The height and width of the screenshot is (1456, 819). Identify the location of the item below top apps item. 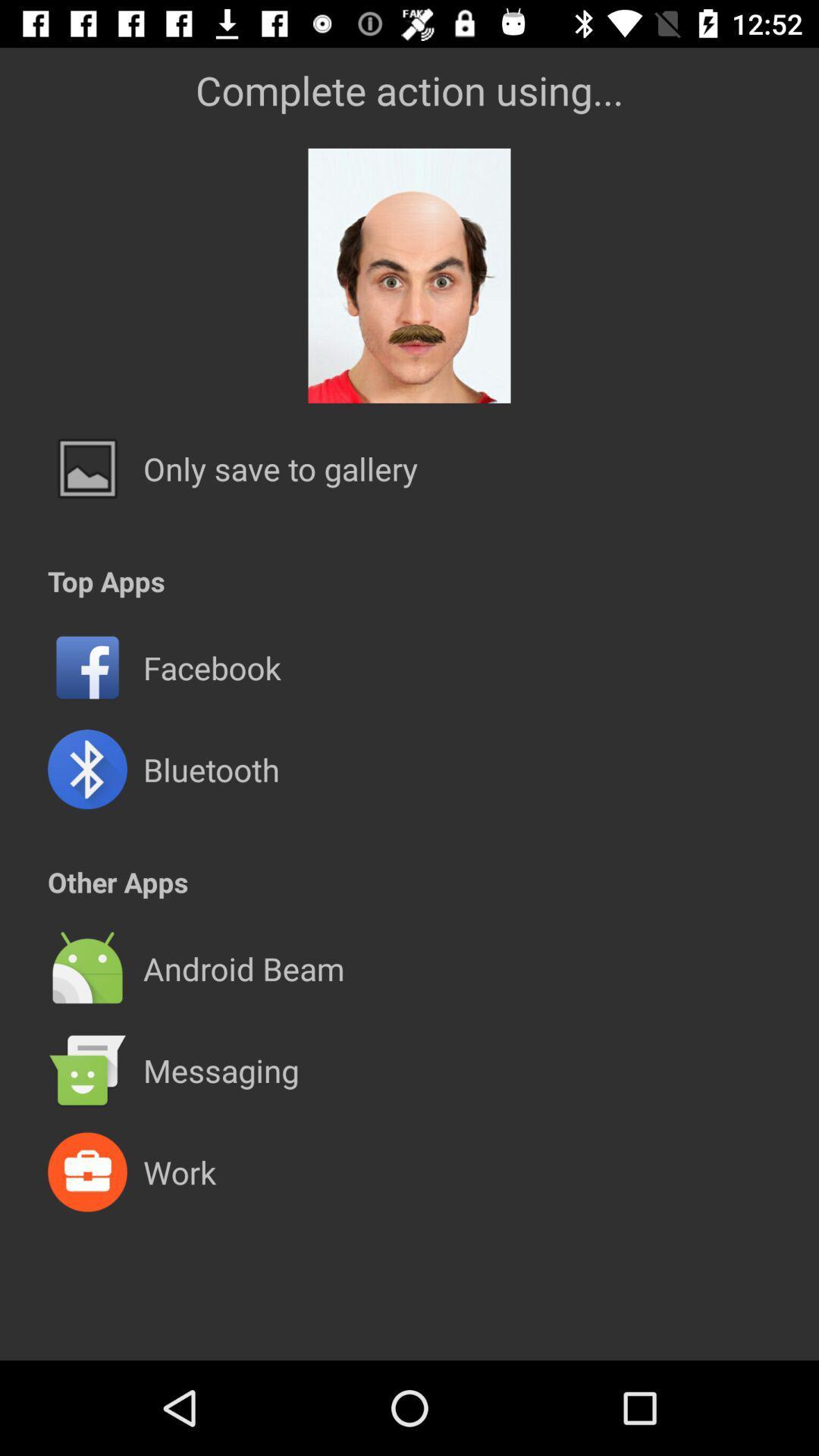
(409, 617).